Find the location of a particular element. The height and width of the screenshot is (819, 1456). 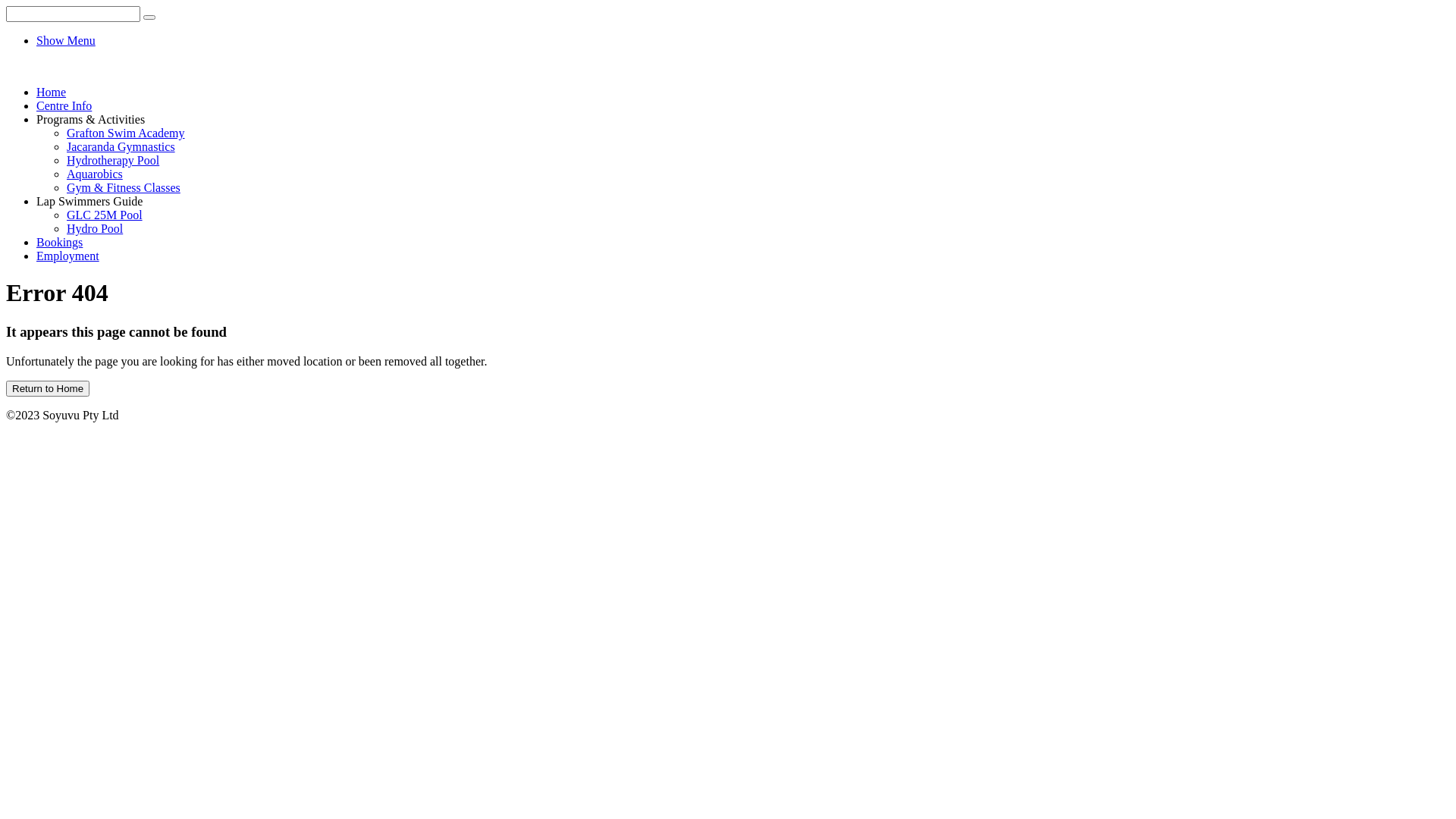

'Aquarobics' is located at coordinates (65, 173).